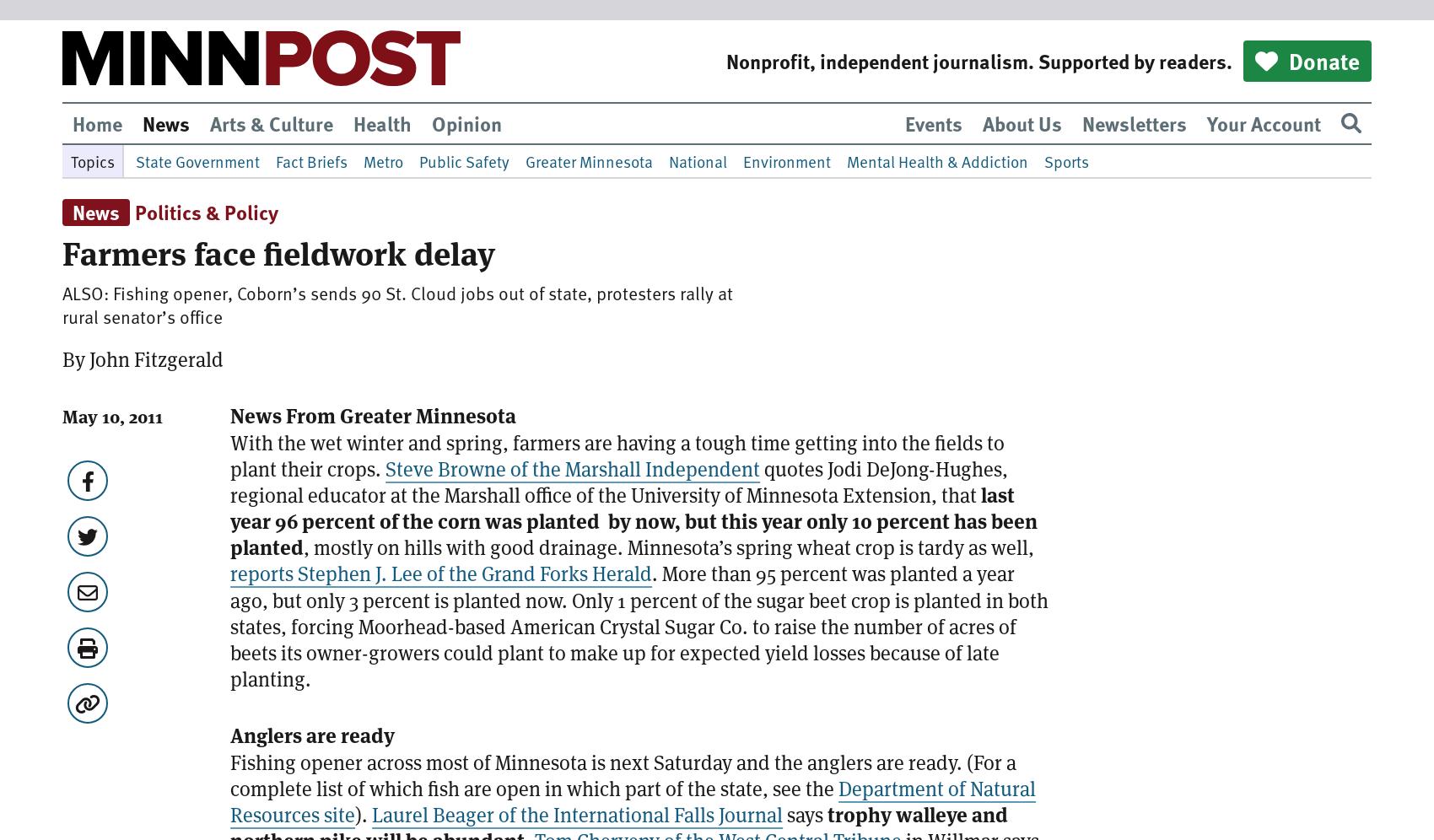 Image resolution: width=1434 pixels, height=840 pixels. Describe the element at coordinates (363, 813) in the screenshot. I see `').'` at that location.